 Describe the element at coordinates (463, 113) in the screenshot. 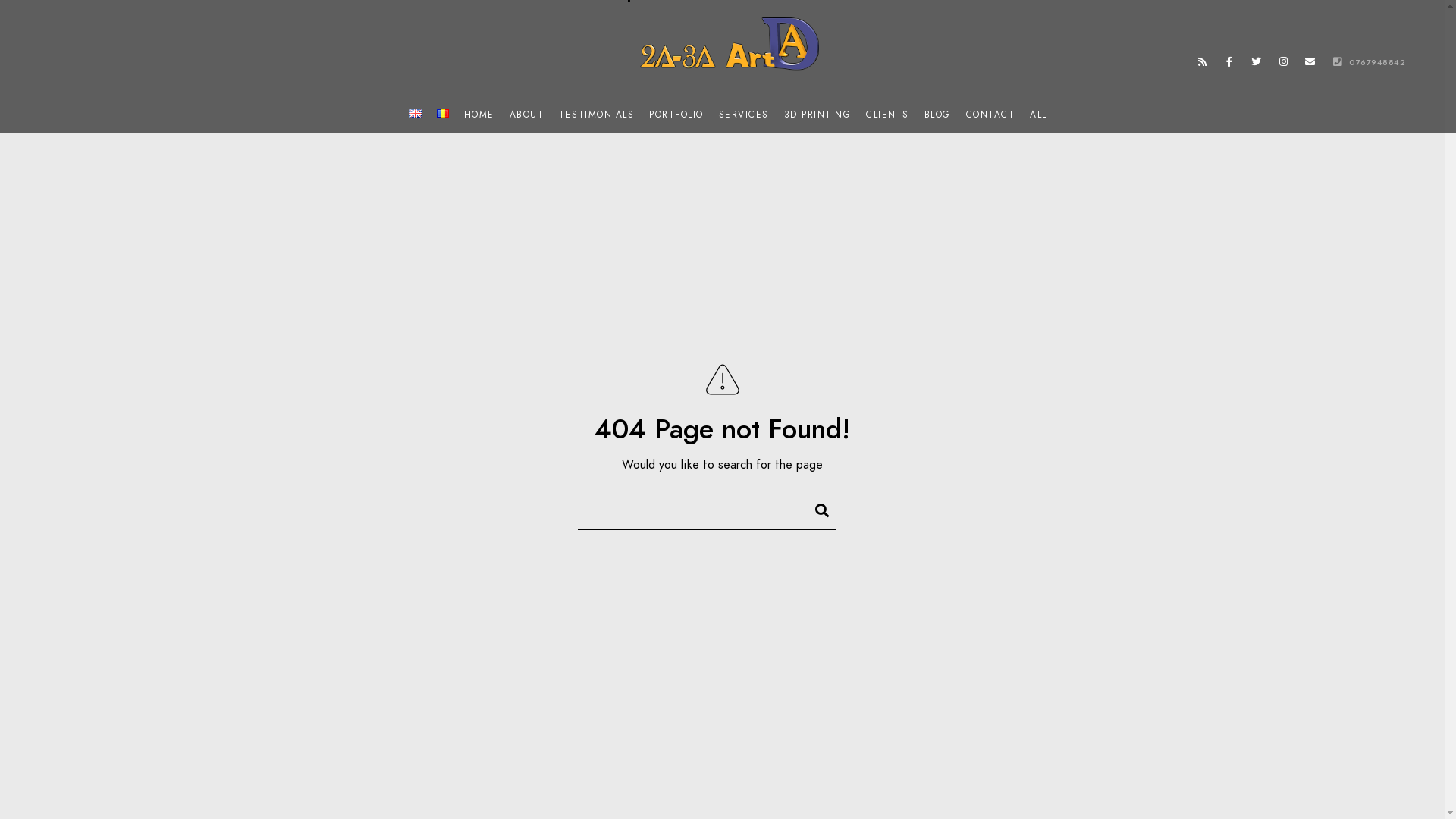

I see `'HOME'` at that location.